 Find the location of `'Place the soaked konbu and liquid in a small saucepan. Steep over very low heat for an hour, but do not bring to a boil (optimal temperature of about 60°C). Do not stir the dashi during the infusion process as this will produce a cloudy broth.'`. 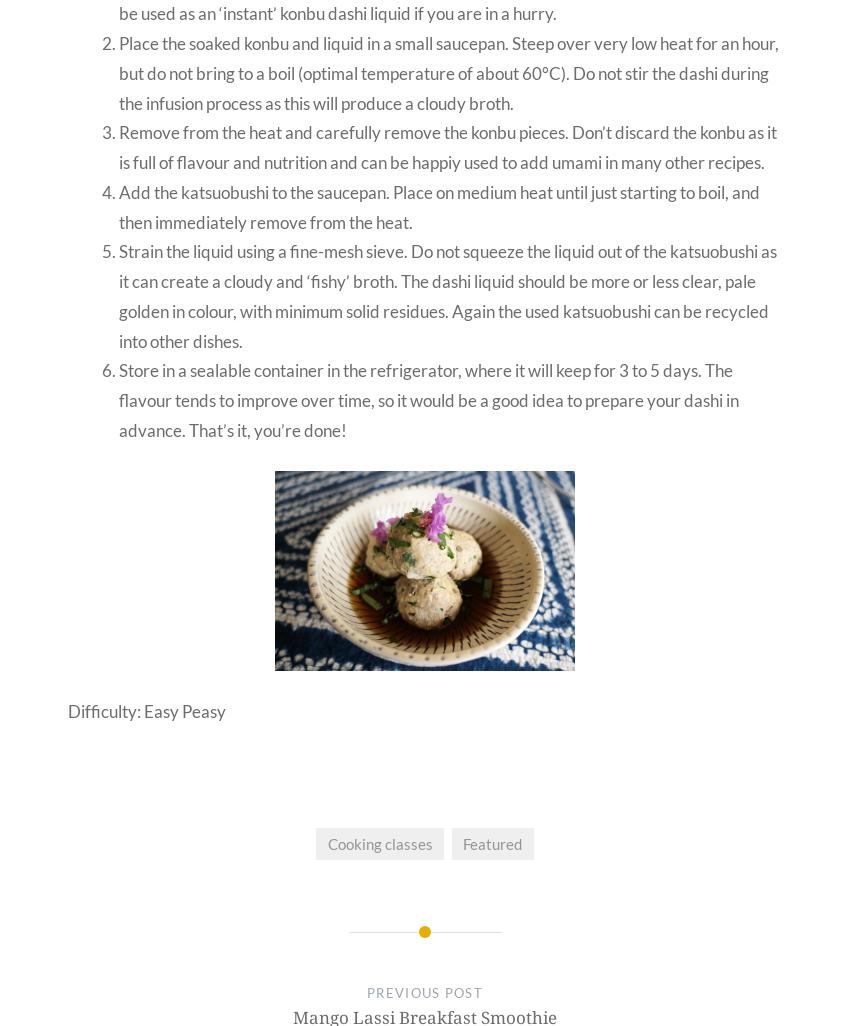

'Place the soaked konbu and liquid in a small saucepan. Steep over very low heat for an hour, but do not bring to a boil (optimal temperature of about 60°C). Do not stir the dashi during the infusion process as this will produce a cloudy broth.' is located at coordinates (118, 72).